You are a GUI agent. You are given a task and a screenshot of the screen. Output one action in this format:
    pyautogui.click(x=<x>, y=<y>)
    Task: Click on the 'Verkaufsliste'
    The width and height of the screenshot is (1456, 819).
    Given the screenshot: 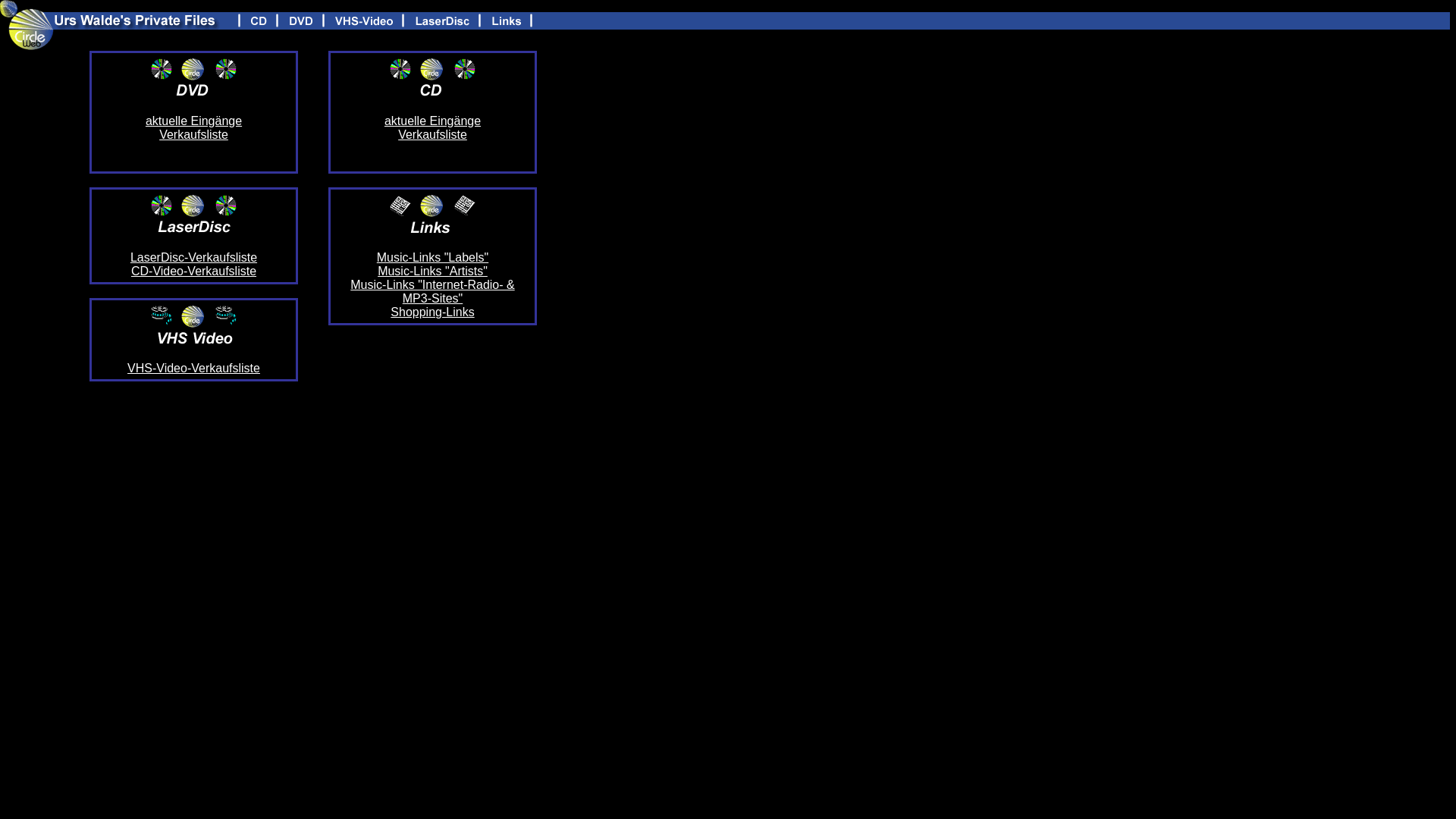 What is the action you would take?
    pyautogui.click(x=193, y=133)
    